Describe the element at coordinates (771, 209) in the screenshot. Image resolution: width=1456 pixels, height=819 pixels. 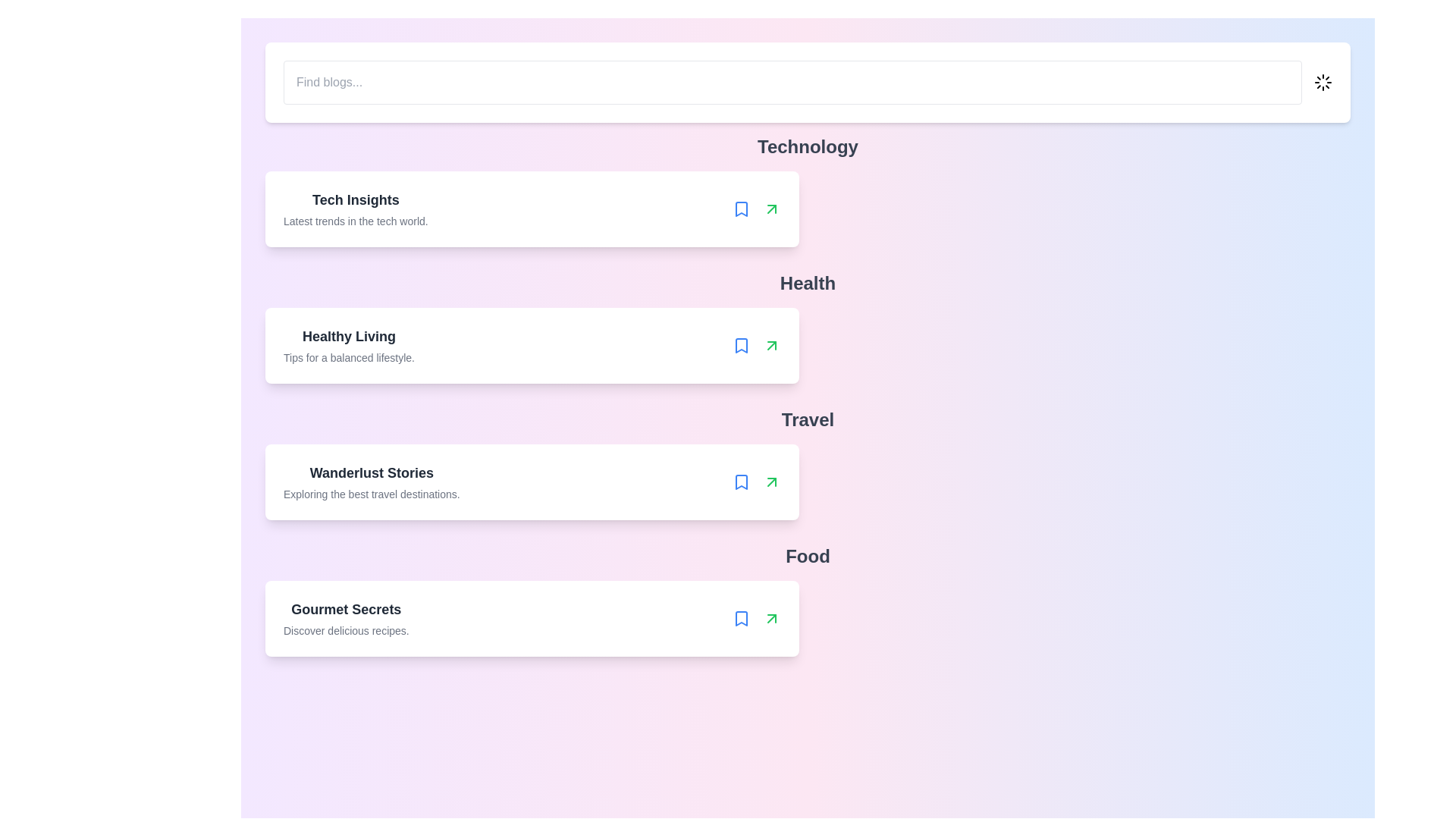
I see `the green arrow icon in the Technology section, located at the rightmost side of the card, for visual feedback` at that location.